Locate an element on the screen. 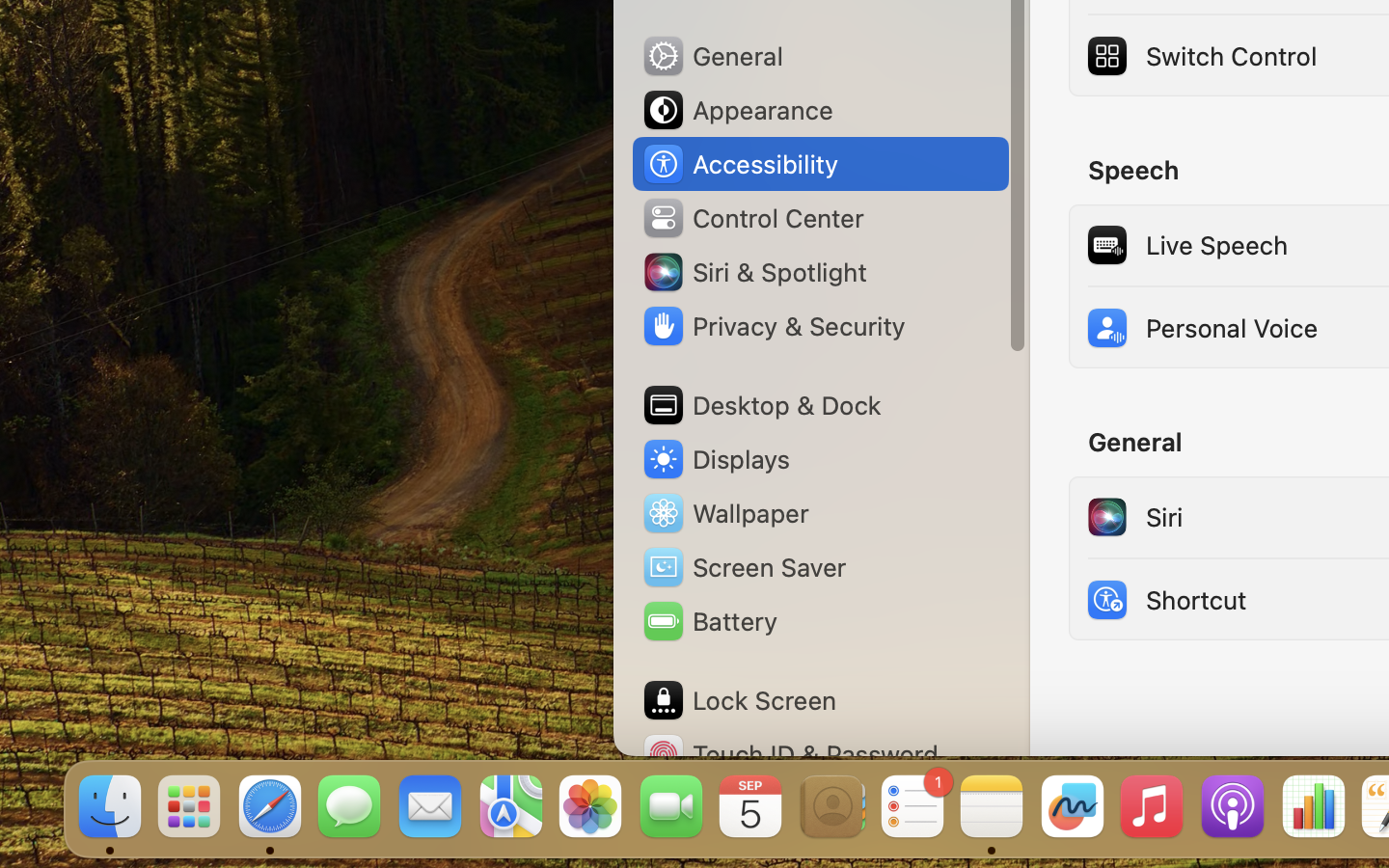  'Accessibility' is located at coordinates (738, 164).